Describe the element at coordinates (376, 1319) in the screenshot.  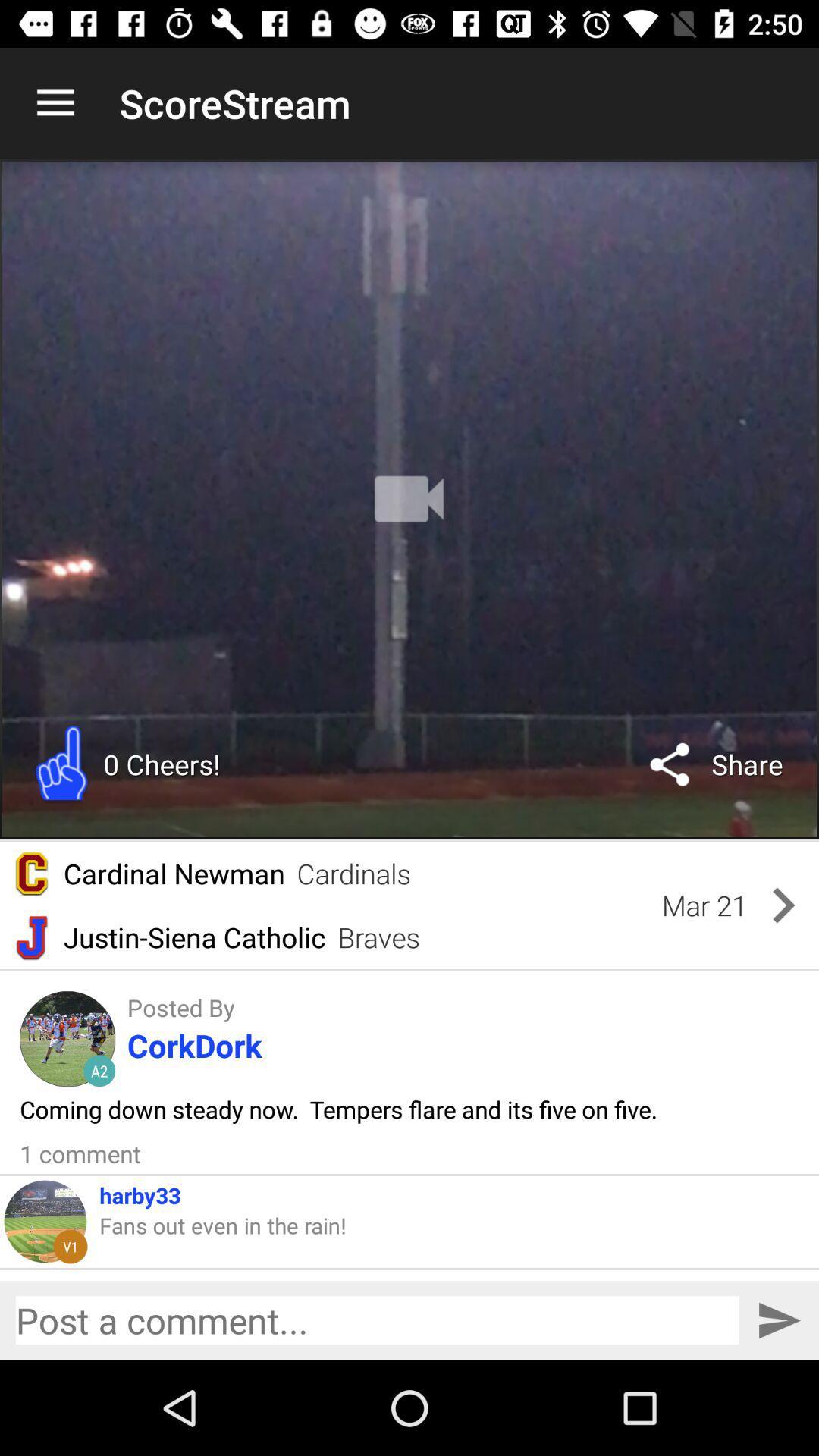
I see `post a comment` at that location.